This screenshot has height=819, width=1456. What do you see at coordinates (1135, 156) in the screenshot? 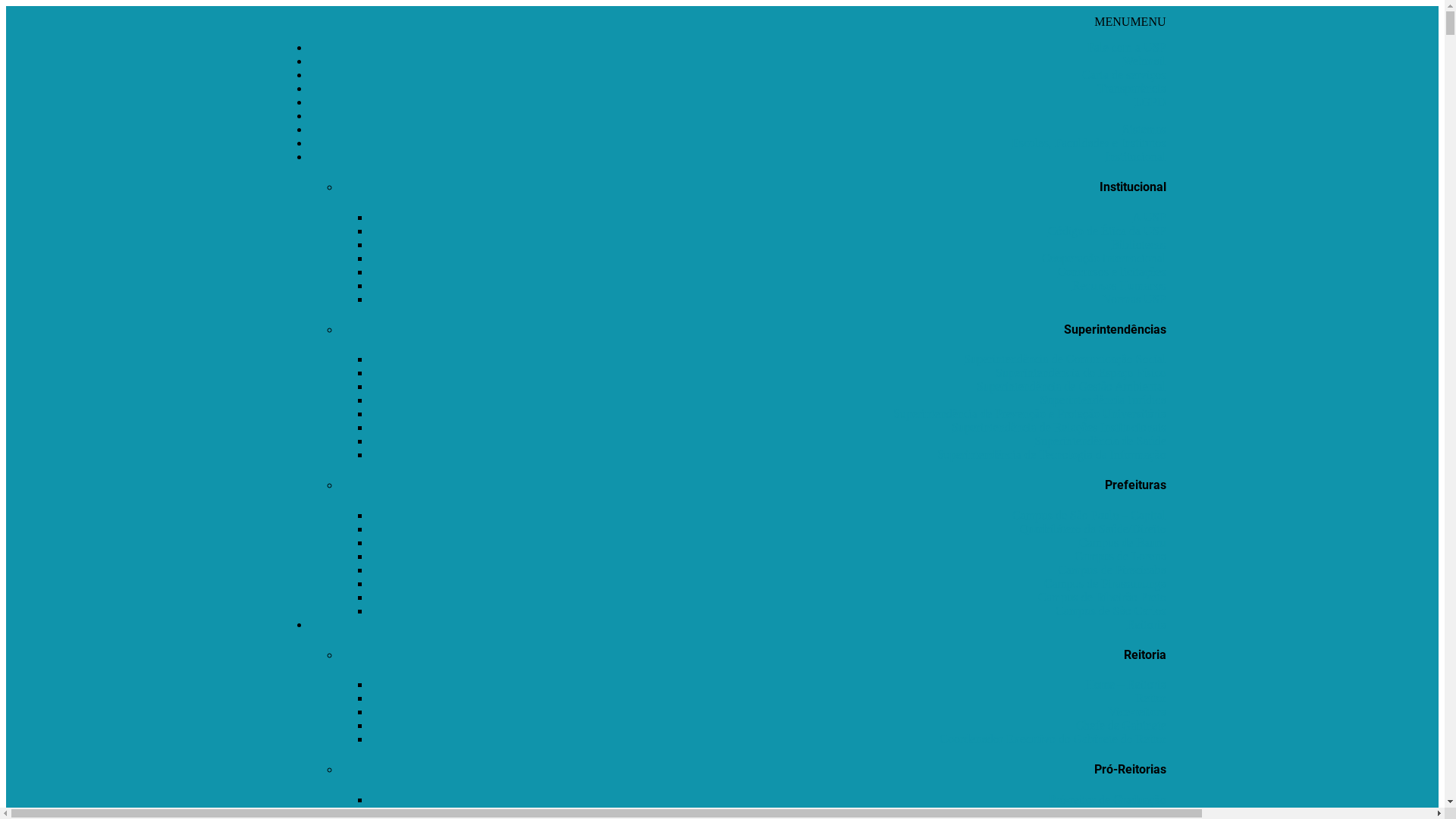
I see `'Institucional'` at bounding box center [1135, 156].